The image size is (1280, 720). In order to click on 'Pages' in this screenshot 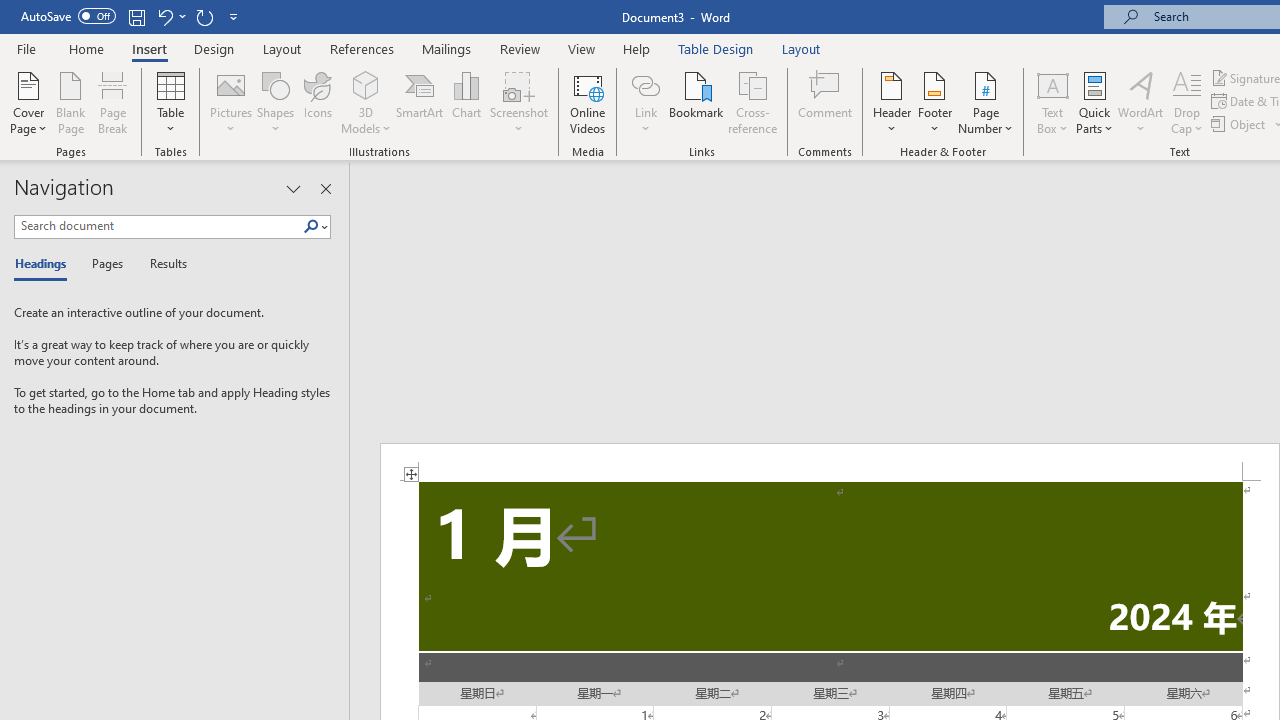, I will do `click(104, 264)`.